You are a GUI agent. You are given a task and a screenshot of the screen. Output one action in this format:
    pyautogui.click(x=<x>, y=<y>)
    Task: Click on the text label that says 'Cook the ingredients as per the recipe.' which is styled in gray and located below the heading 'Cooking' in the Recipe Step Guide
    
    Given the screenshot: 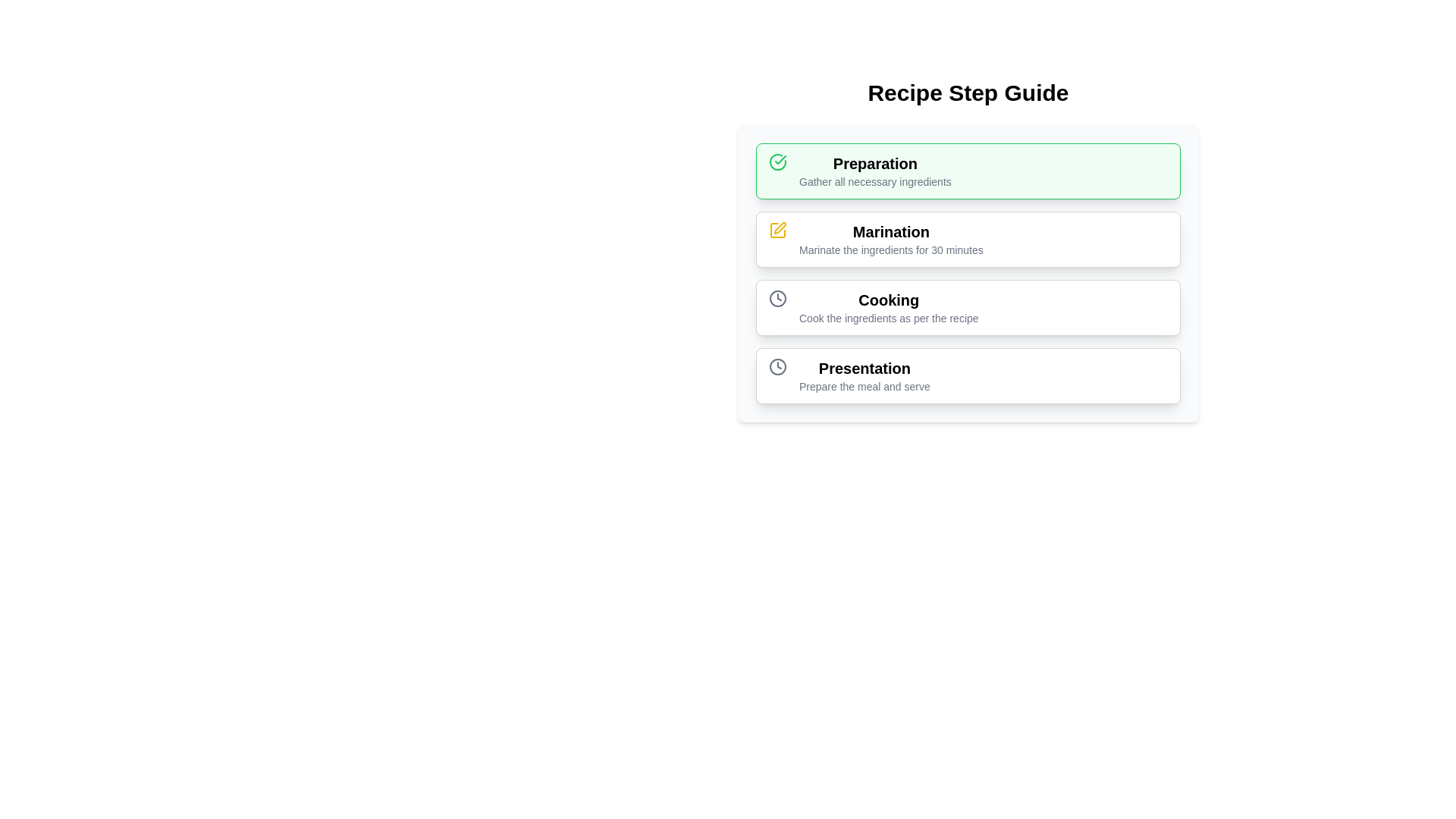 What is the action you would take?
    pyautogui.click(x=889, y=318)
    